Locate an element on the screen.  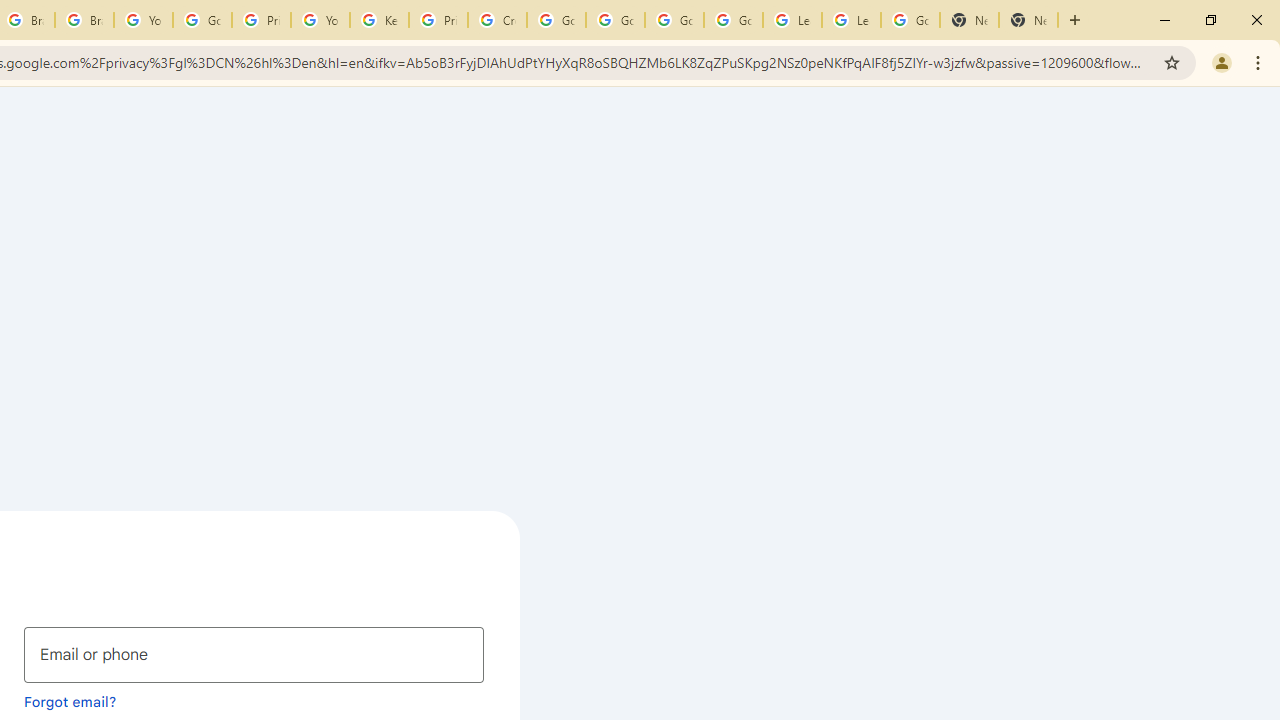
'New Tab' is located at coordinates (969, 20).